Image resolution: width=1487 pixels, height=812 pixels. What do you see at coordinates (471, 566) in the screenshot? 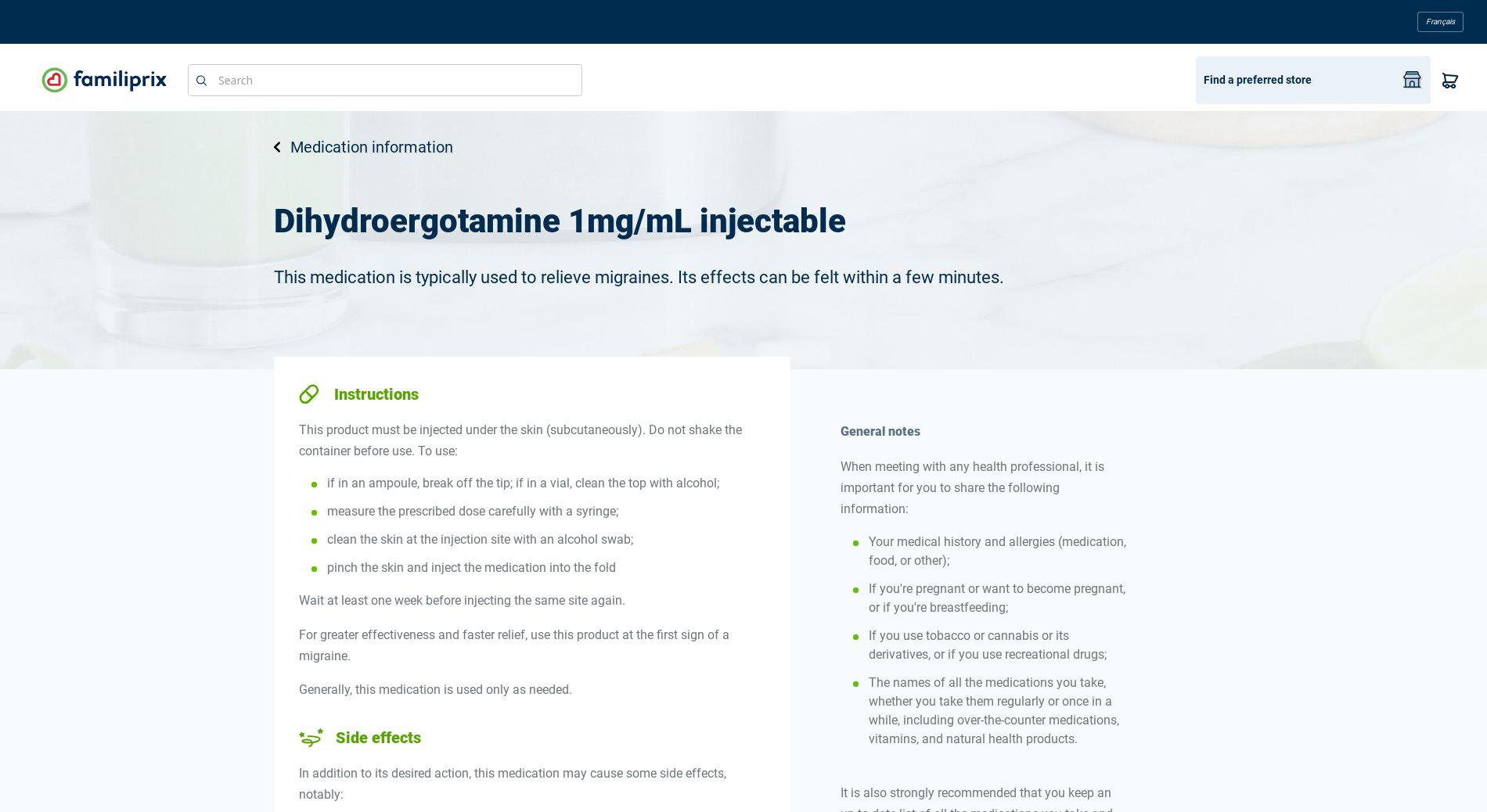
I see `'pinch the skin and inject the medication into the fold'` at bounding box center [471, 566].